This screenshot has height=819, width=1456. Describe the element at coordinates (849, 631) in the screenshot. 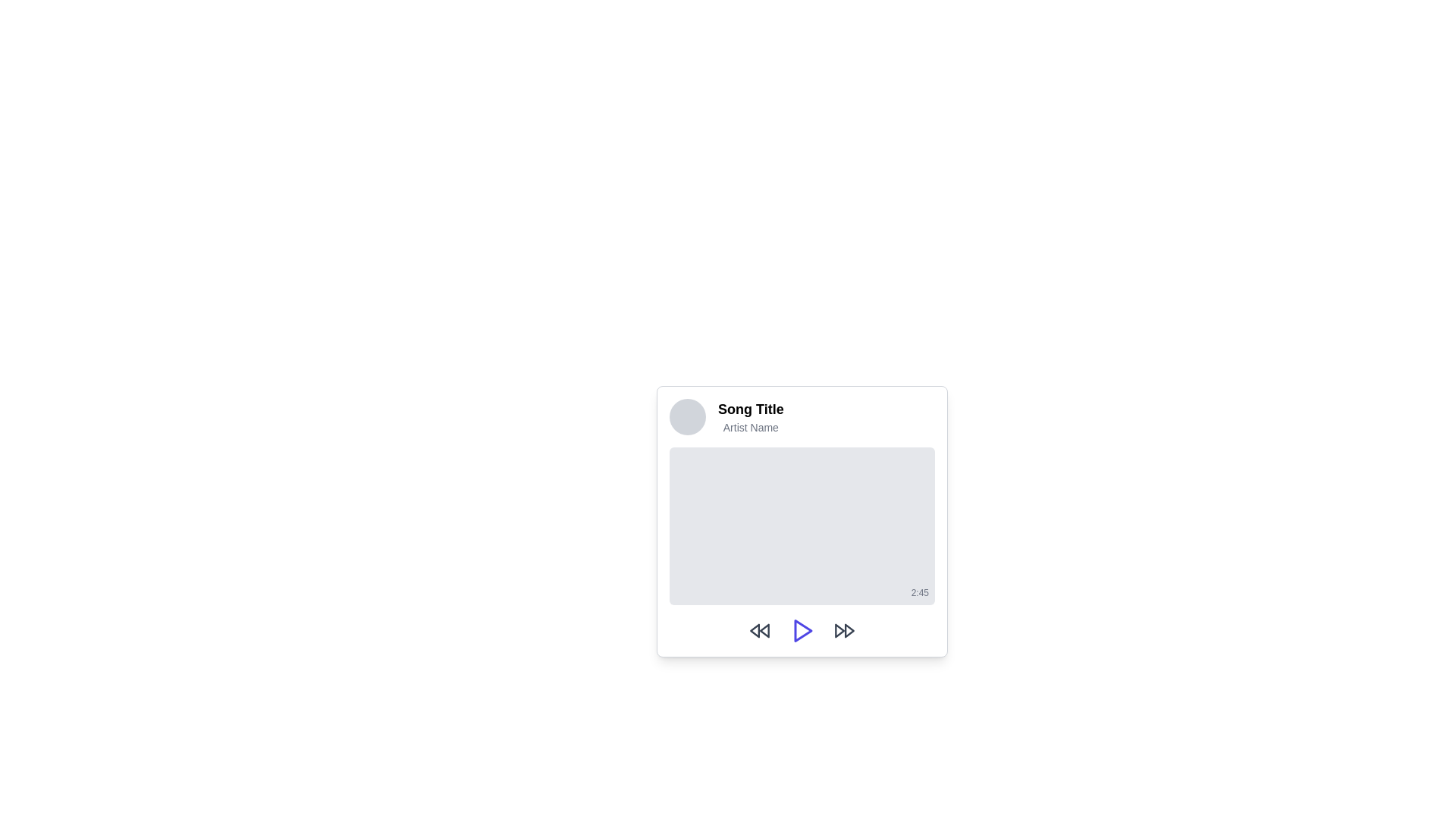

I see `the triangular SVG icon with a solid black outline located at the far right among the media control buttons` at that location.